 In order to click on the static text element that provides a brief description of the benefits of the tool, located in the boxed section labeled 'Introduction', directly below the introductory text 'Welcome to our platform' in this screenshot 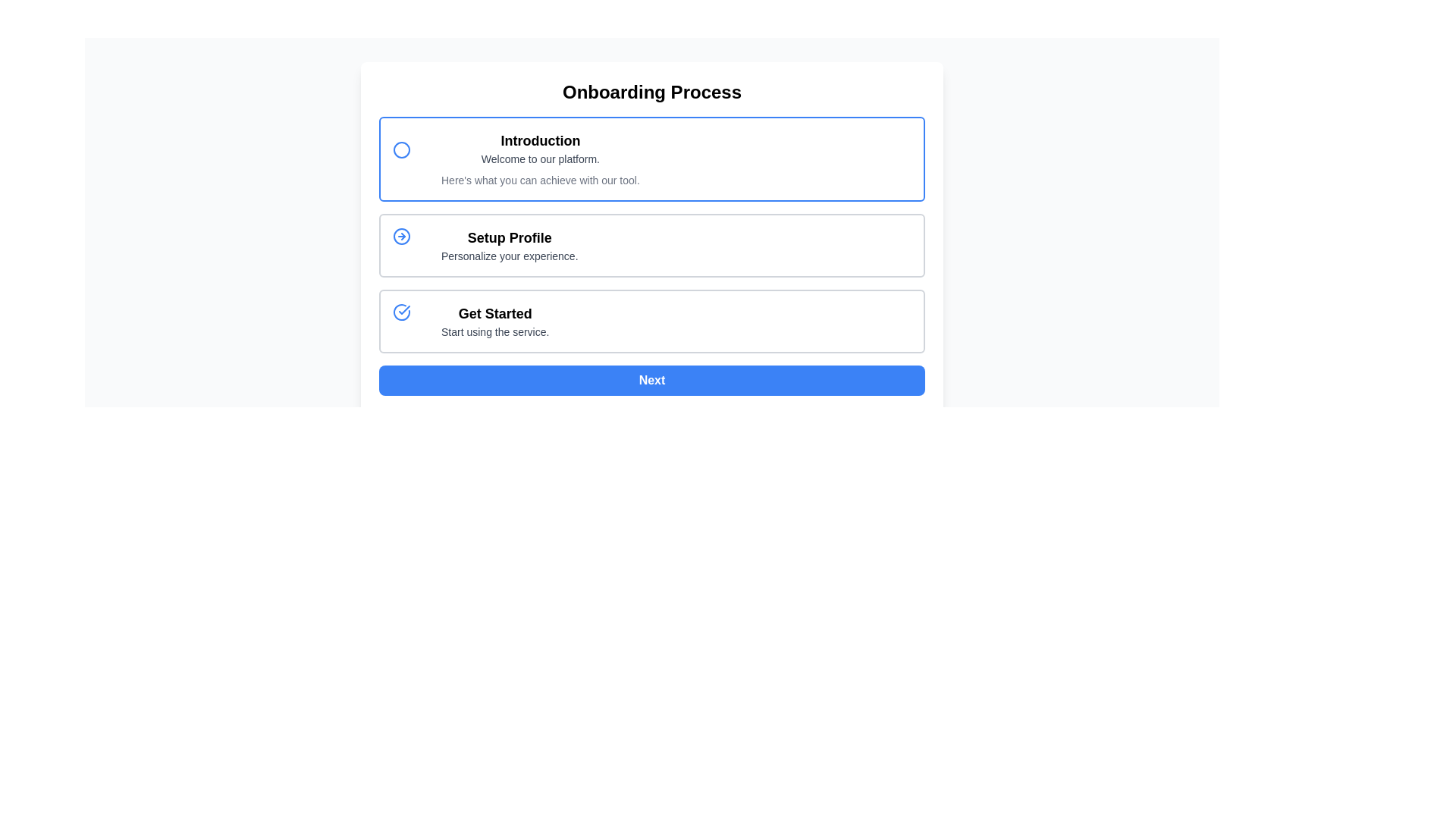, I will do `click(540, 180)`.